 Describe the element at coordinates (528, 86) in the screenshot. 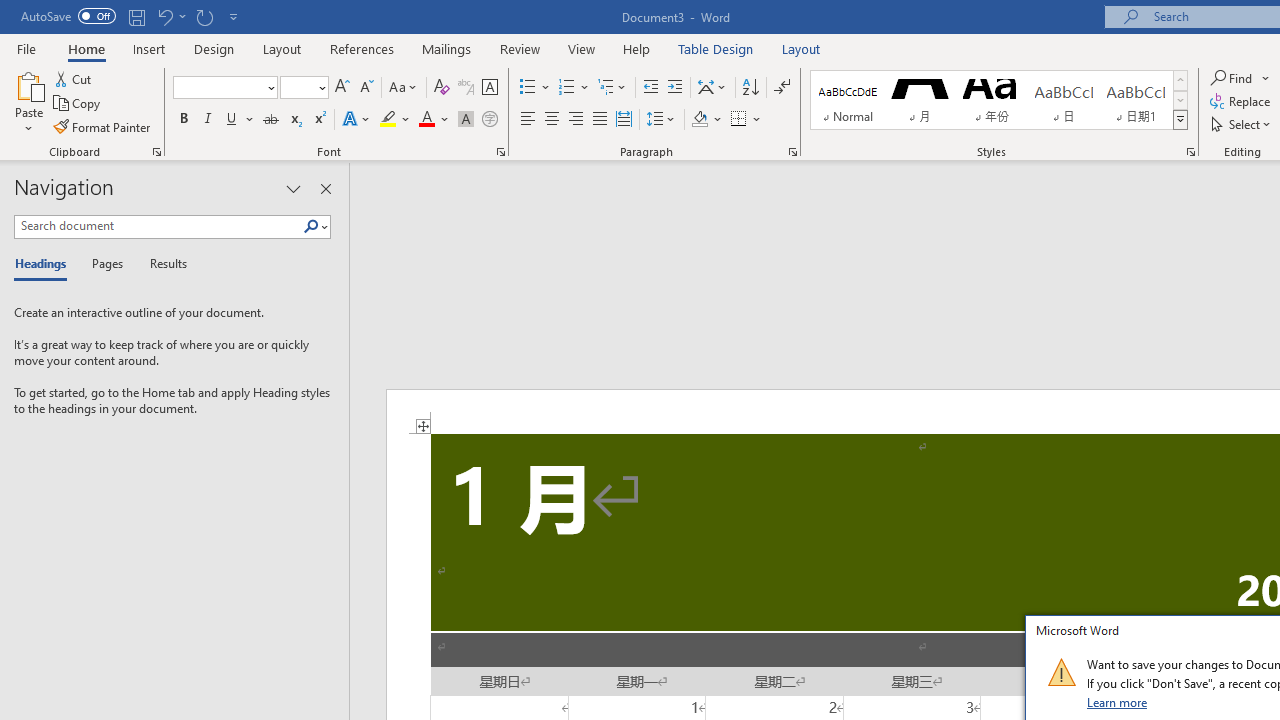

I see `'Bullets'` at that location.